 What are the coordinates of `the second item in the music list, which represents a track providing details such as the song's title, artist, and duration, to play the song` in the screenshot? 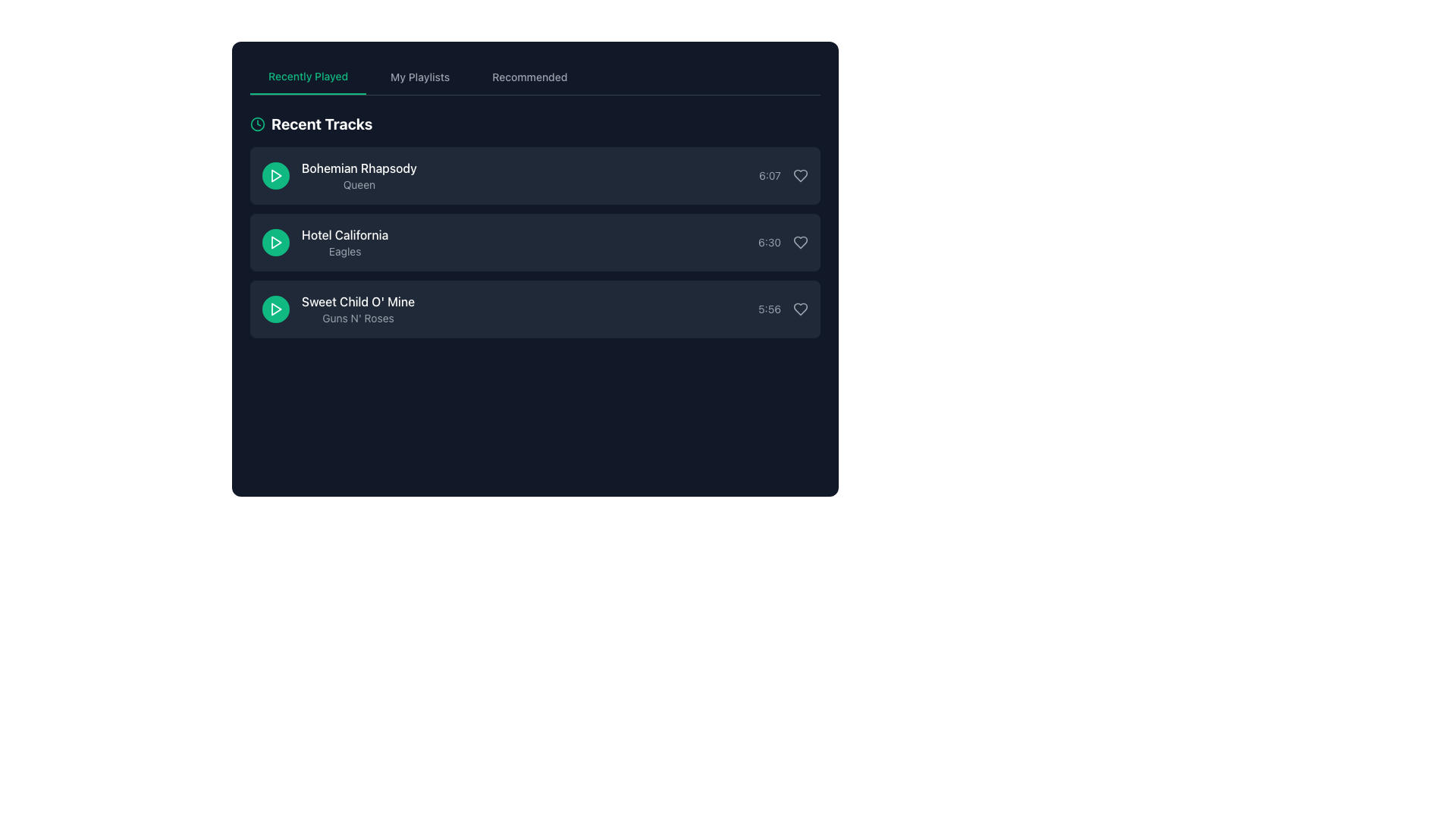 It's located at (535, 225).